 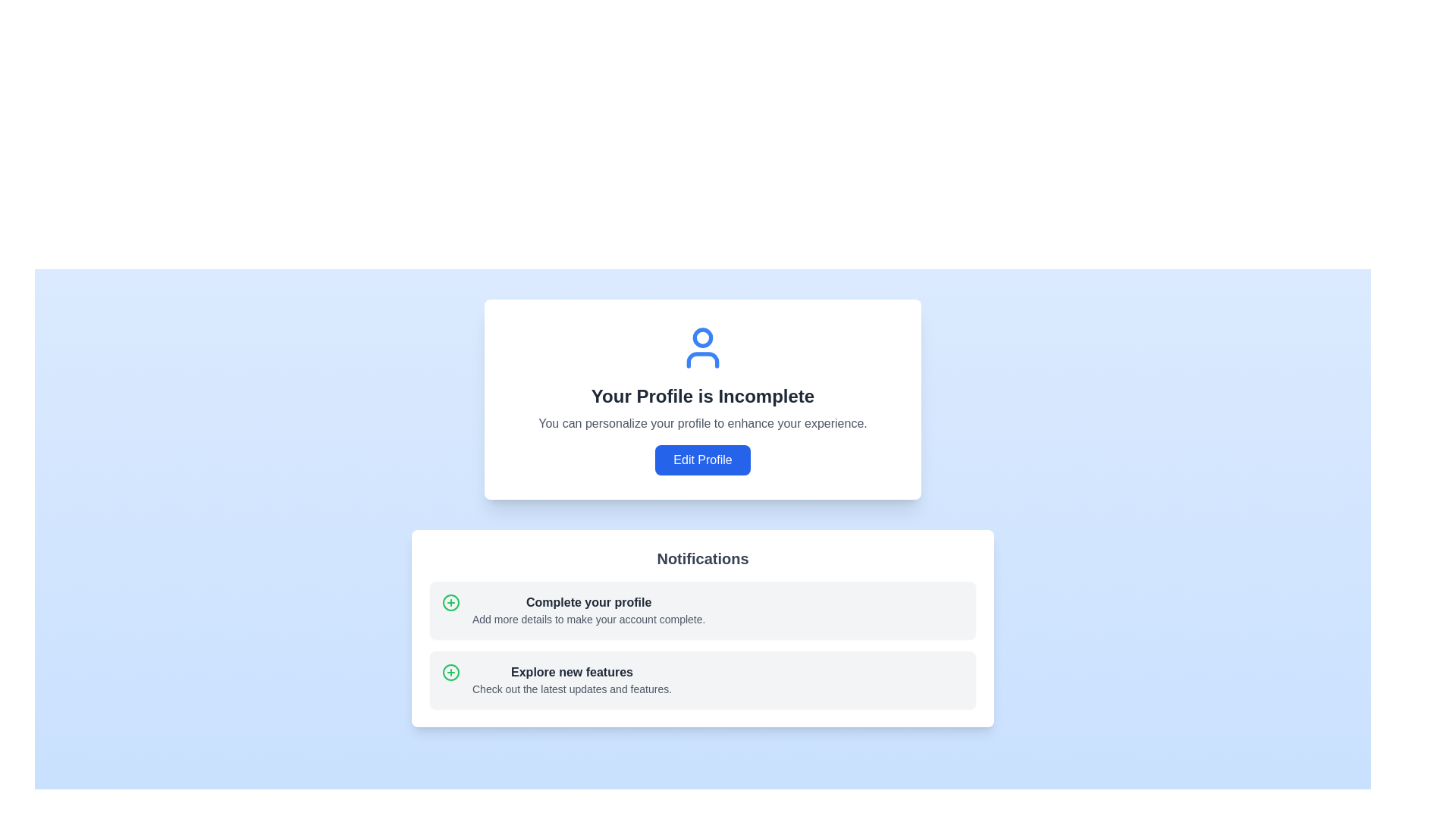 What do you see at coordinates (588, 620) in the screenshot?
I see `static text snippet that states 'Add more details to make your account complete.' which is styled in a small gray font and positioned below the header 'Complete your profile' within the notification card` at bounding box center [588, 620].